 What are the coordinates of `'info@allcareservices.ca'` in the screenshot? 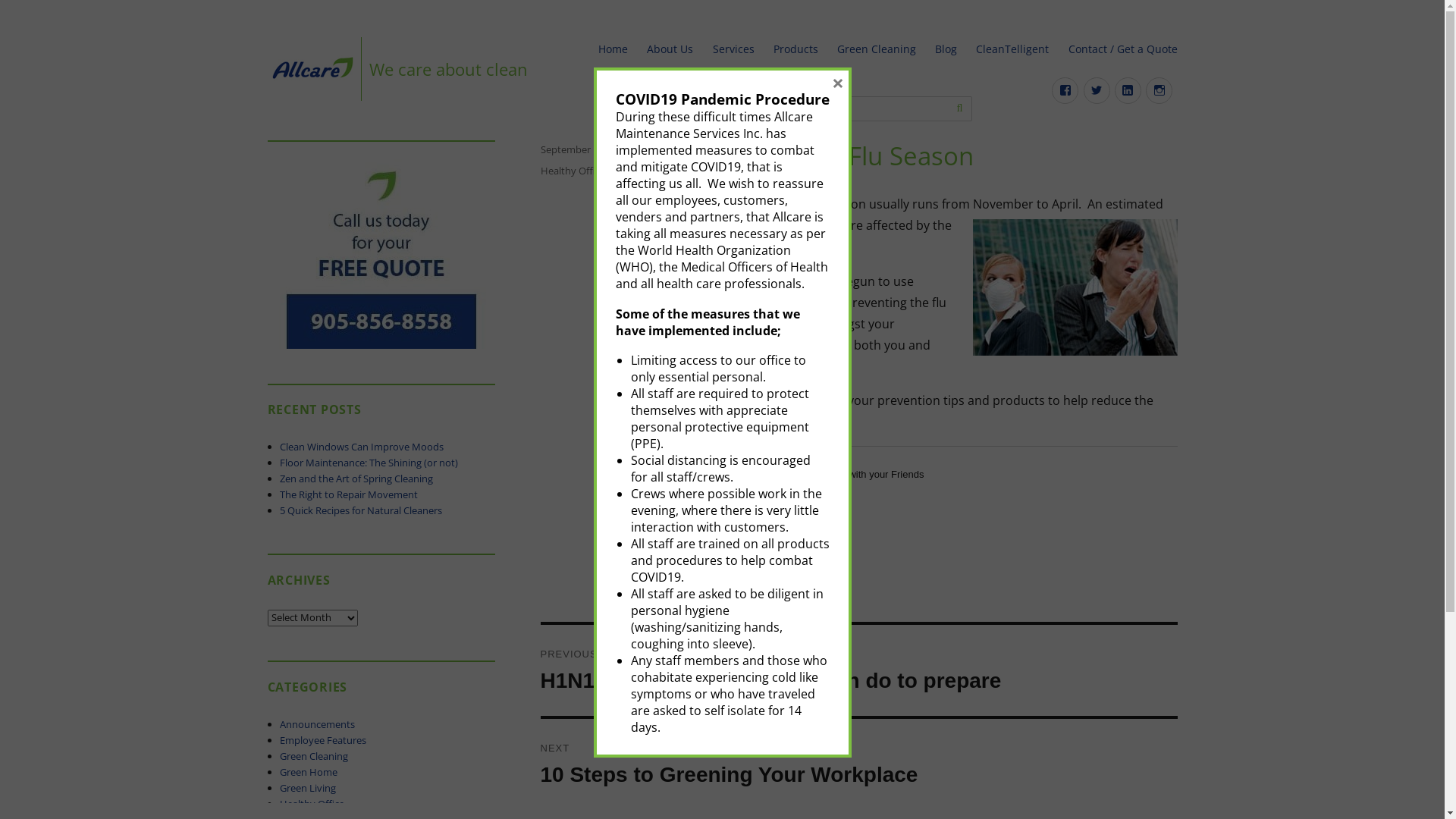 It's located at (736, 108).